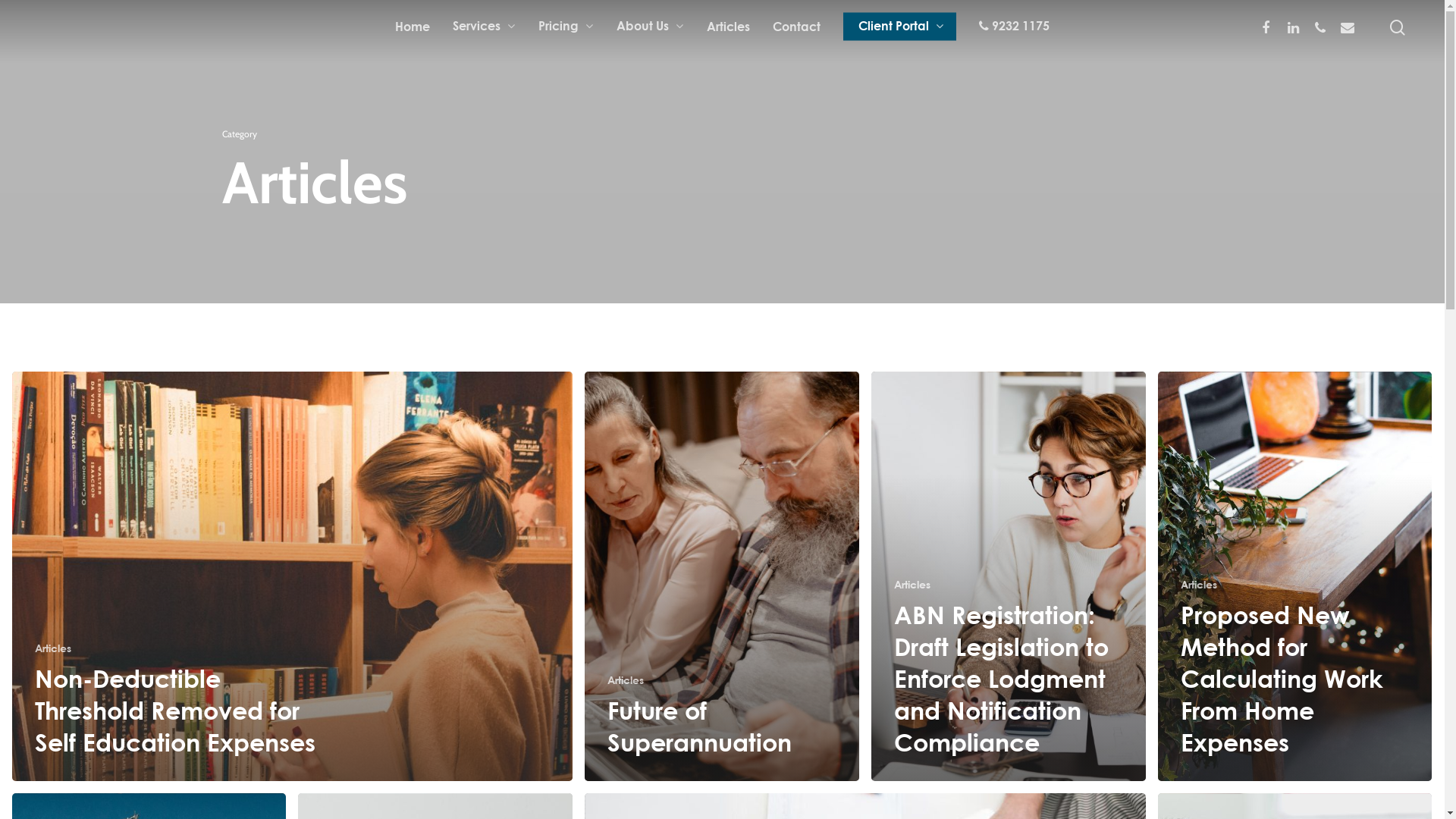 This screenshot has height=819, width=1456. I want to click on 'Pricing', so click(565, 26).